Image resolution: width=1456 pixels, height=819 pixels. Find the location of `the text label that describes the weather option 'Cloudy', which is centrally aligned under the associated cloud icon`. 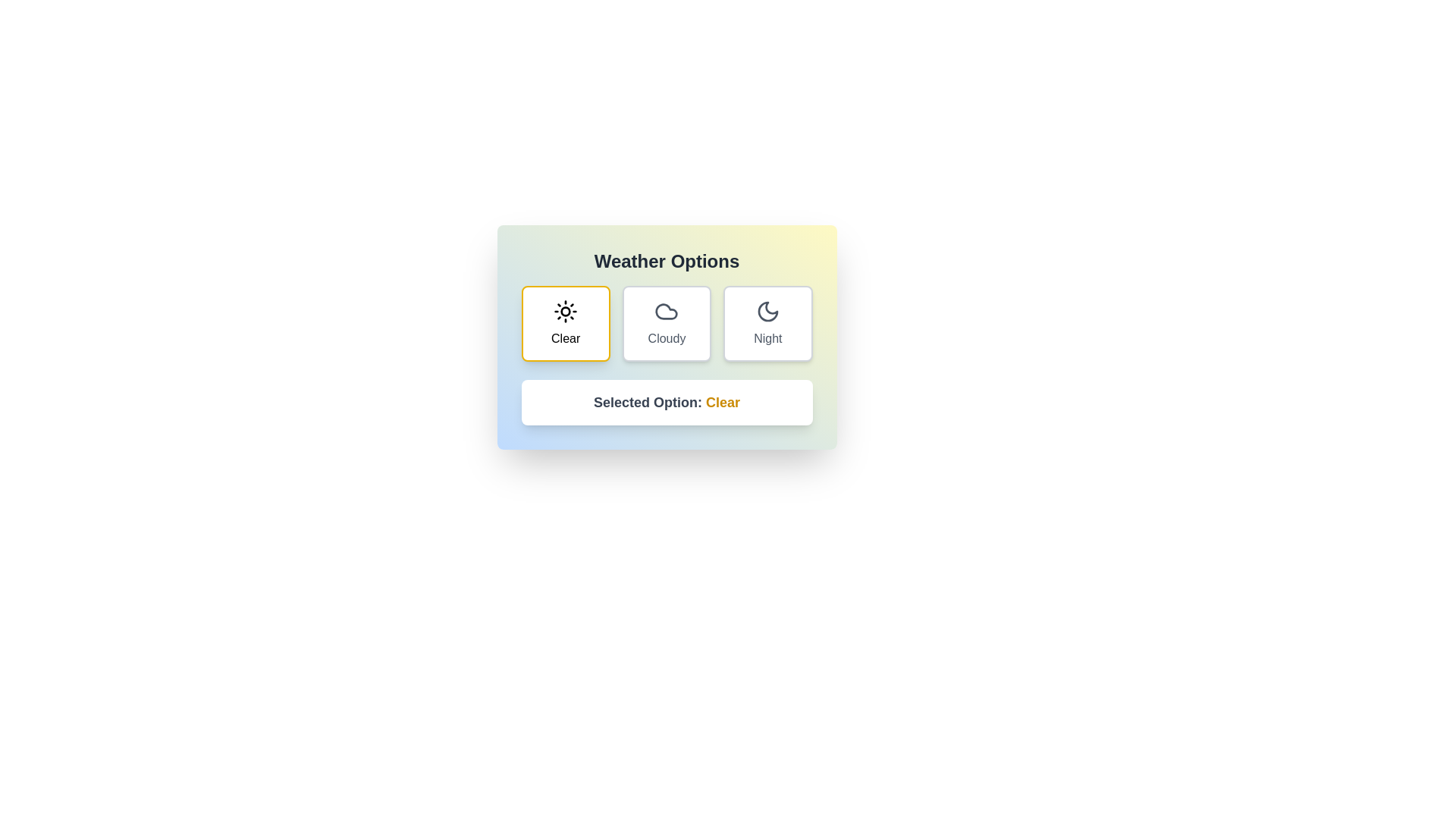

the text label that describes the weather option 'Cloudy', which is centrally aligned under the associated cloud icon is located at coordinates (667, 338).